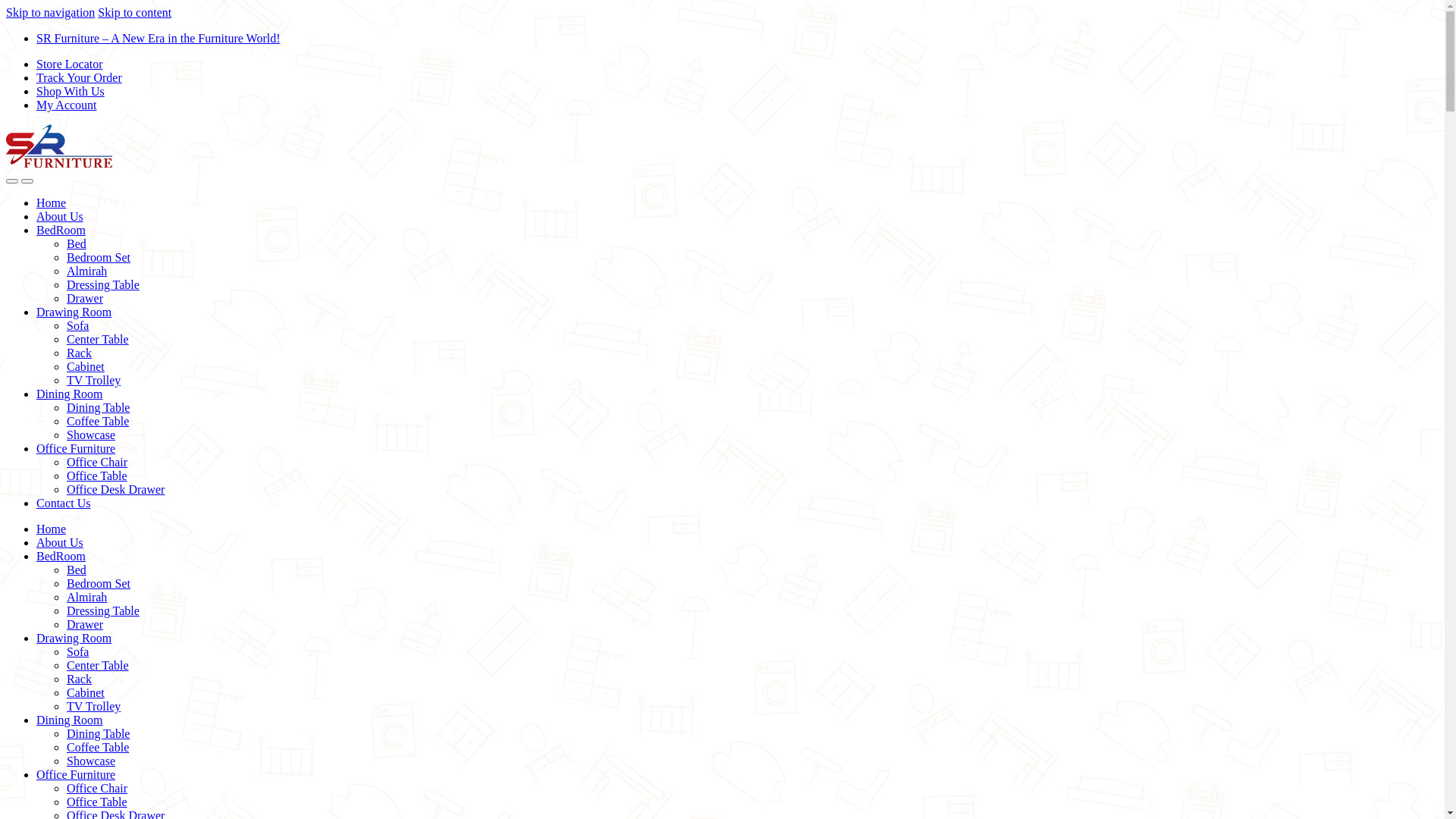 The image size is (1456, 819). Describe the element at coordinates (83, 298) in the screenshot. I see `'Drawer'` at that location.